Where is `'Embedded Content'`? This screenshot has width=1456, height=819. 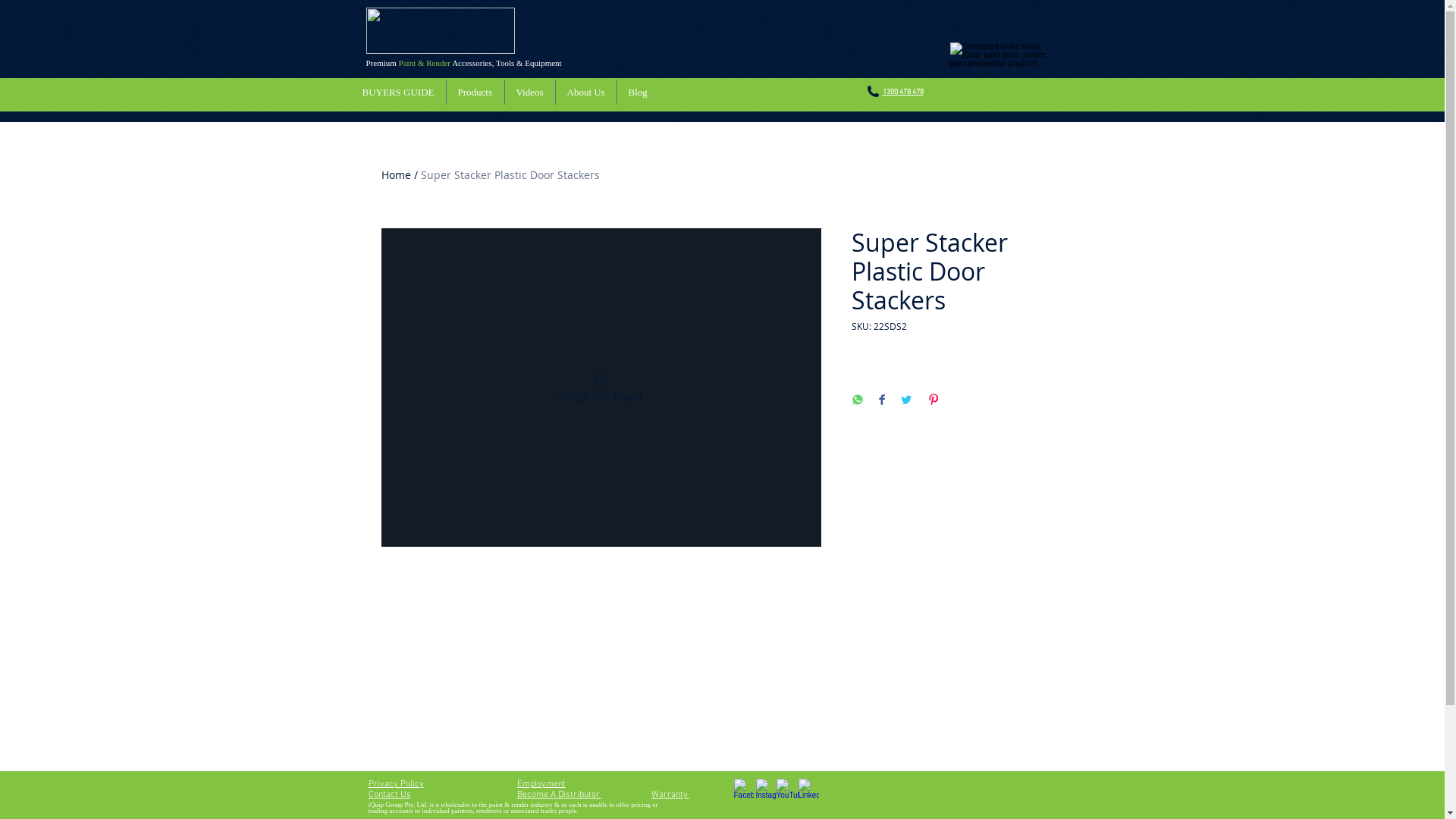 'Embedded Content' is located at coordinates (930, 695).